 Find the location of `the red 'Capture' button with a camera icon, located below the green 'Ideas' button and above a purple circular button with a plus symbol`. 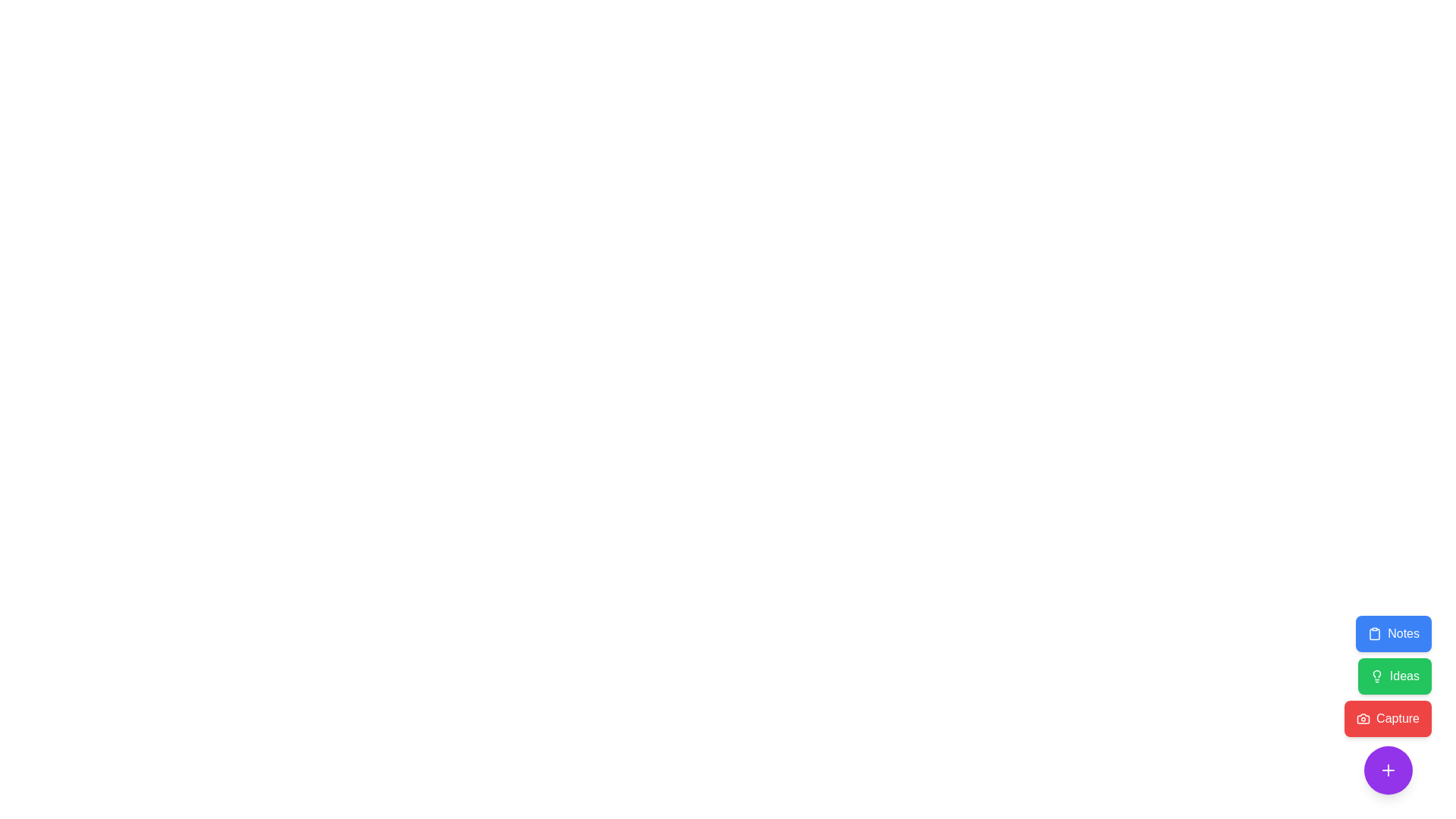

the red 'Capture' button with a camera icon, located below the green 'Ideas' button and above a purple circular button with a plus symbol is located at coordinates (1388, 718).